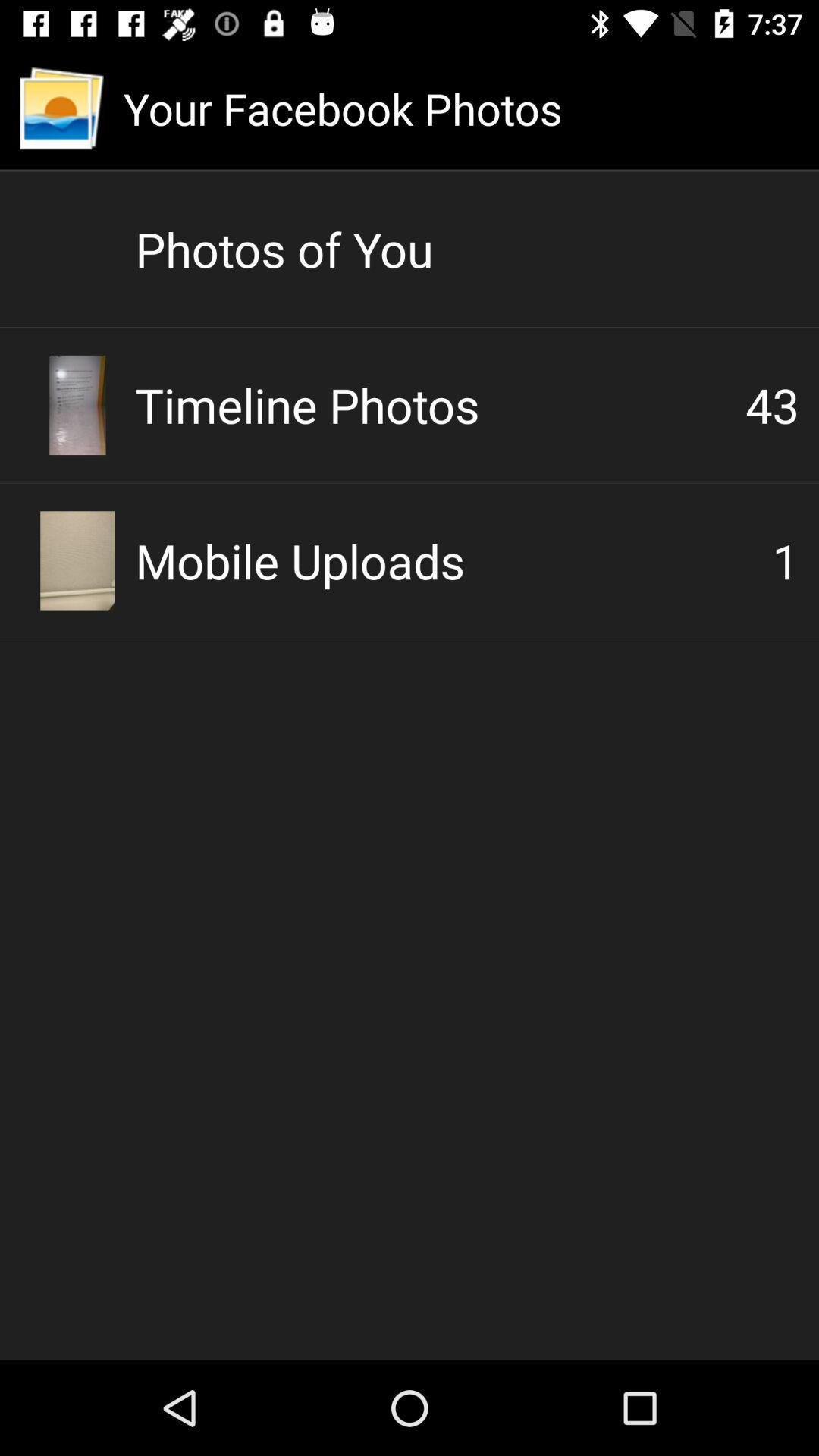 The width and height of the screenshot is (819, 1456). Describe the element at coordinates (772, 404) in the screenshot. I see `the 43` at that location.